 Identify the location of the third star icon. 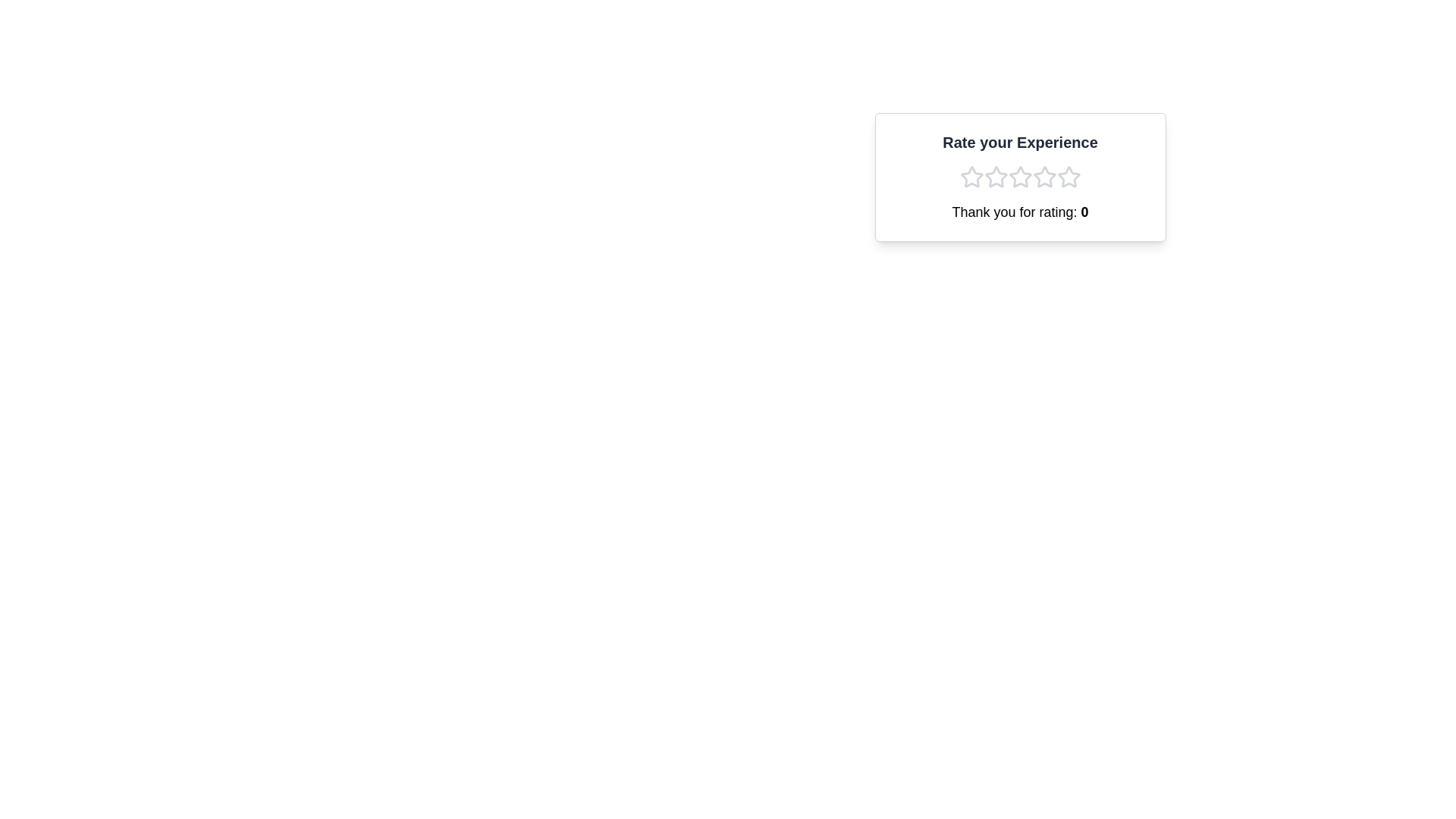
(1043, 175).